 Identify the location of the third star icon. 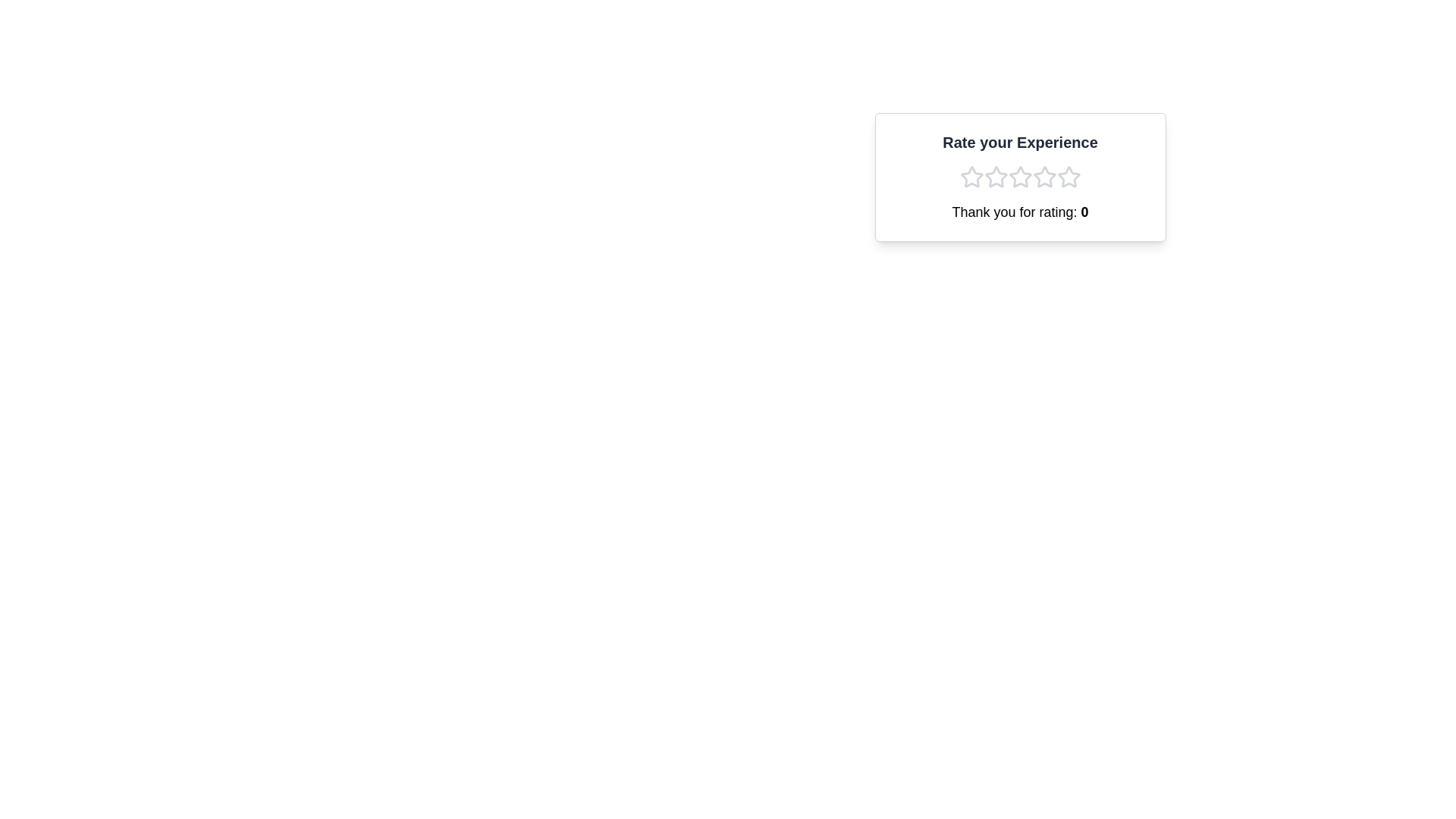
(1043, 175).